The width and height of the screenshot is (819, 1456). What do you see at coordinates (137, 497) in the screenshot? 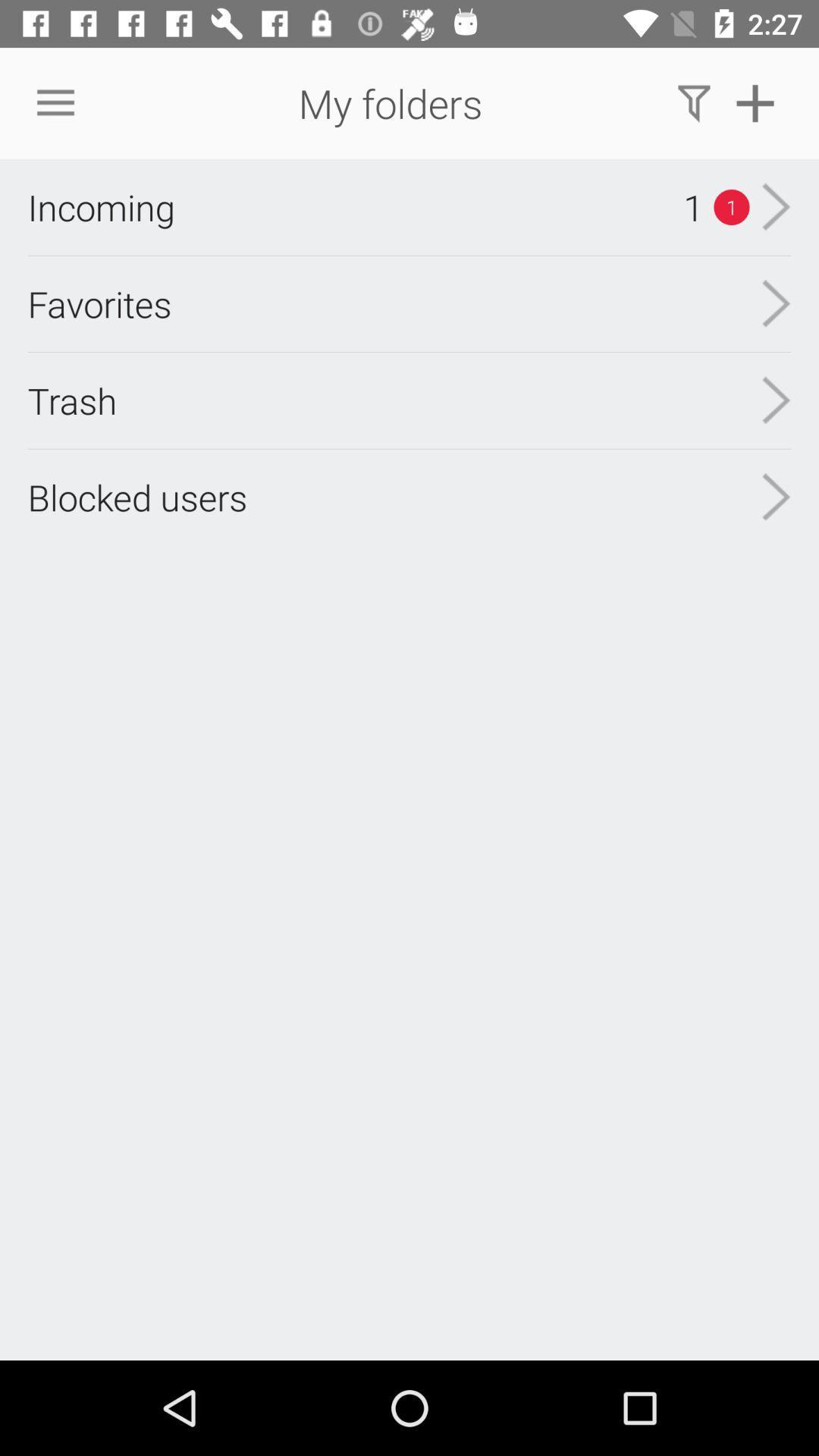
I see `the blocked users item` at bounding box center [137, 497].